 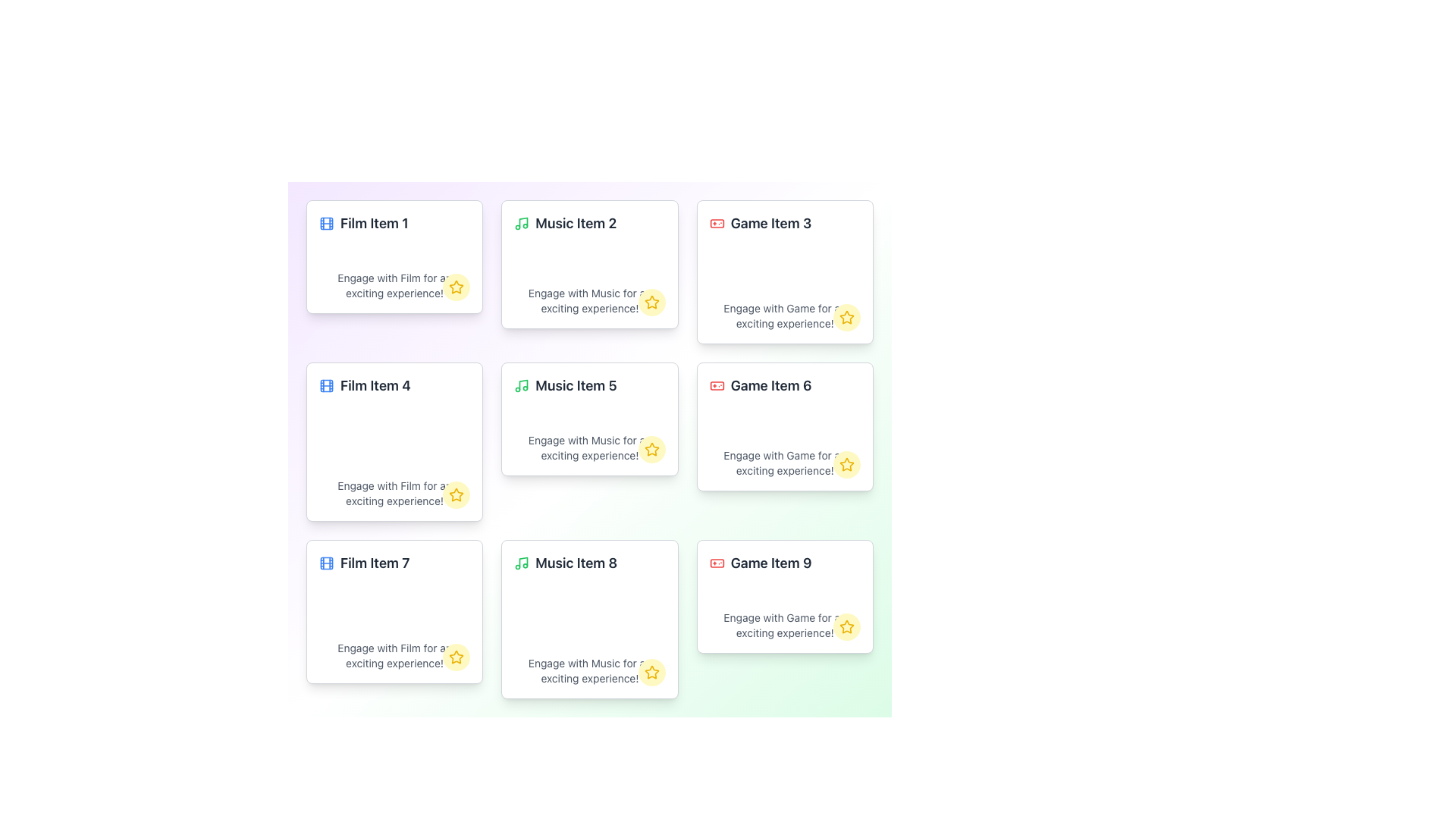 What do you see at coordinates (575, 385) in the screenshot?
I see `the text label that identifies a music-related item, located in the middle column of the second row of content cards` at bounding box center [575, 385].